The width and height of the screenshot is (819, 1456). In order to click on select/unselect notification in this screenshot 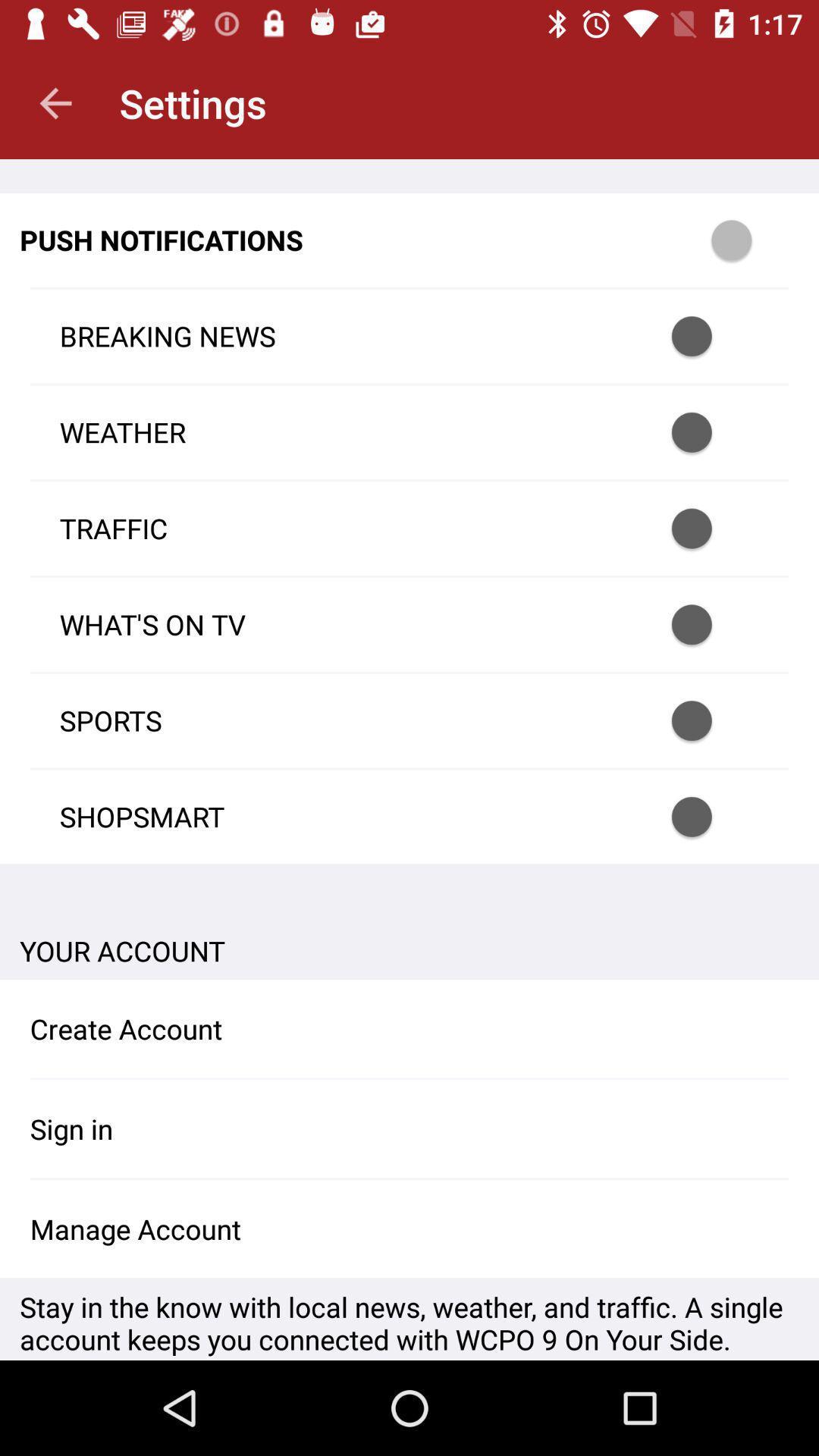, I will do `click(711, 335)`.